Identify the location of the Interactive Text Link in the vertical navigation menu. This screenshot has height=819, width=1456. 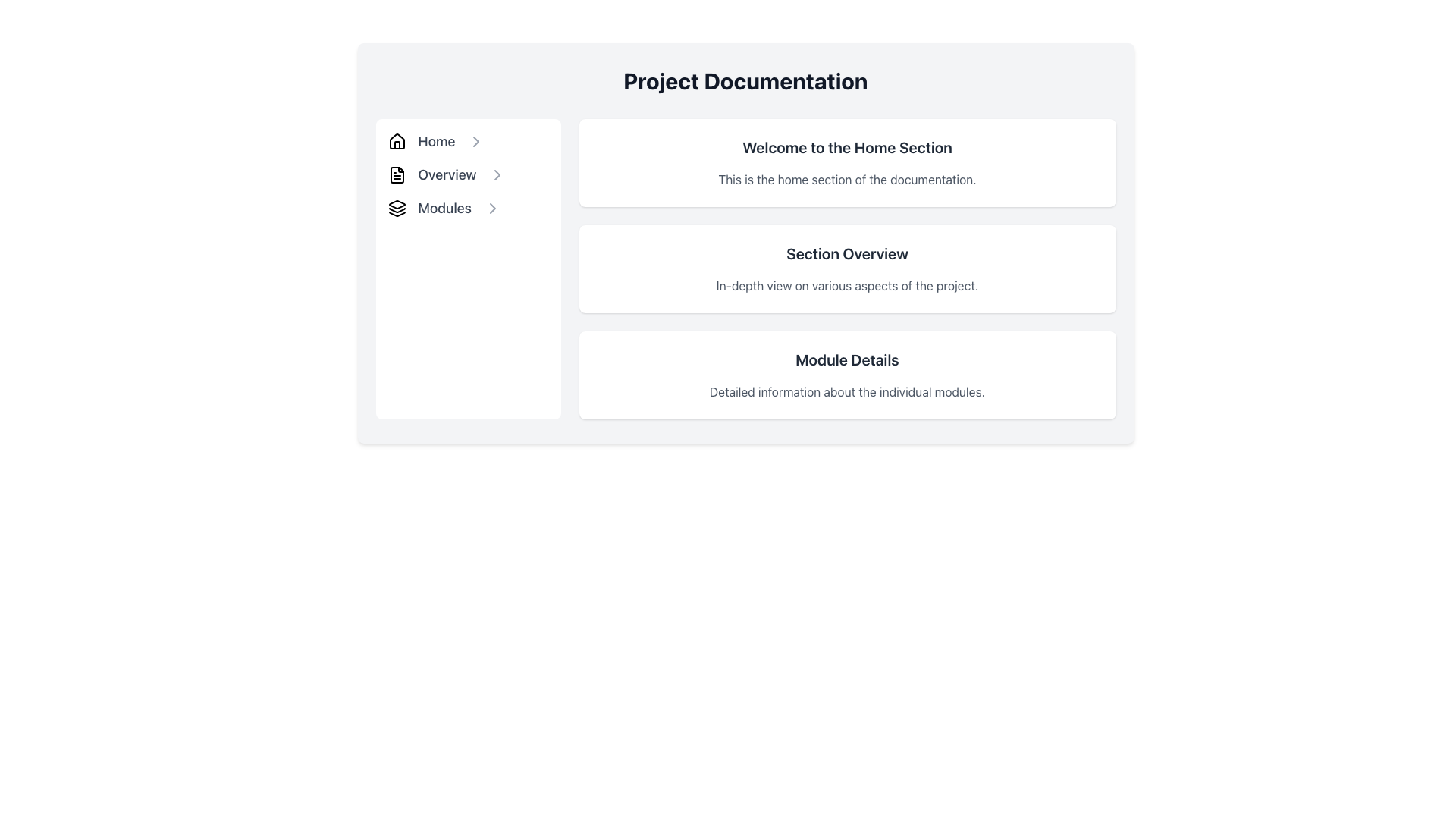
(444, 208).